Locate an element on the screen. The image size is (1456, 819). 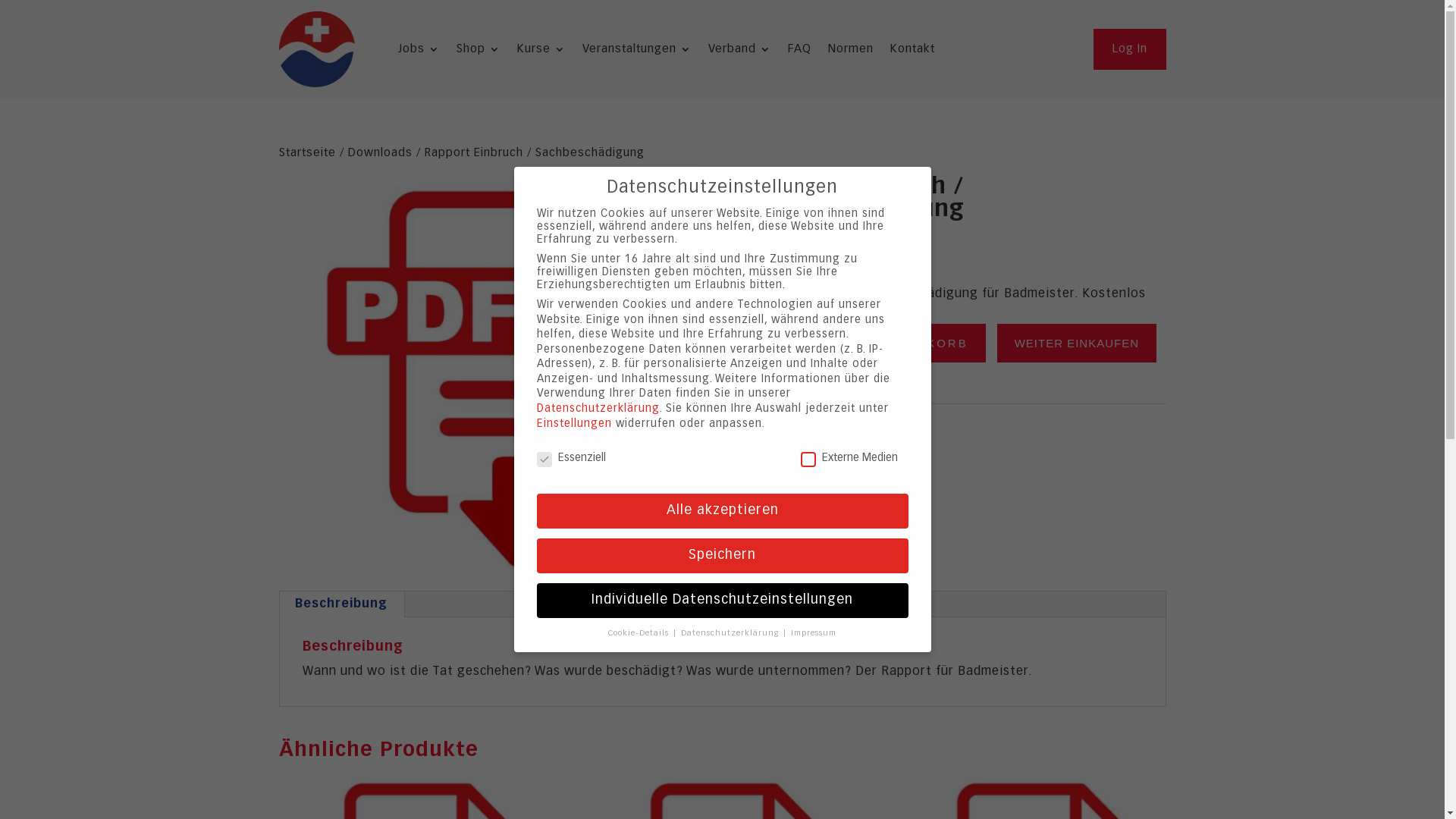
'Einstellungen' is located at coordinates (537, 424).